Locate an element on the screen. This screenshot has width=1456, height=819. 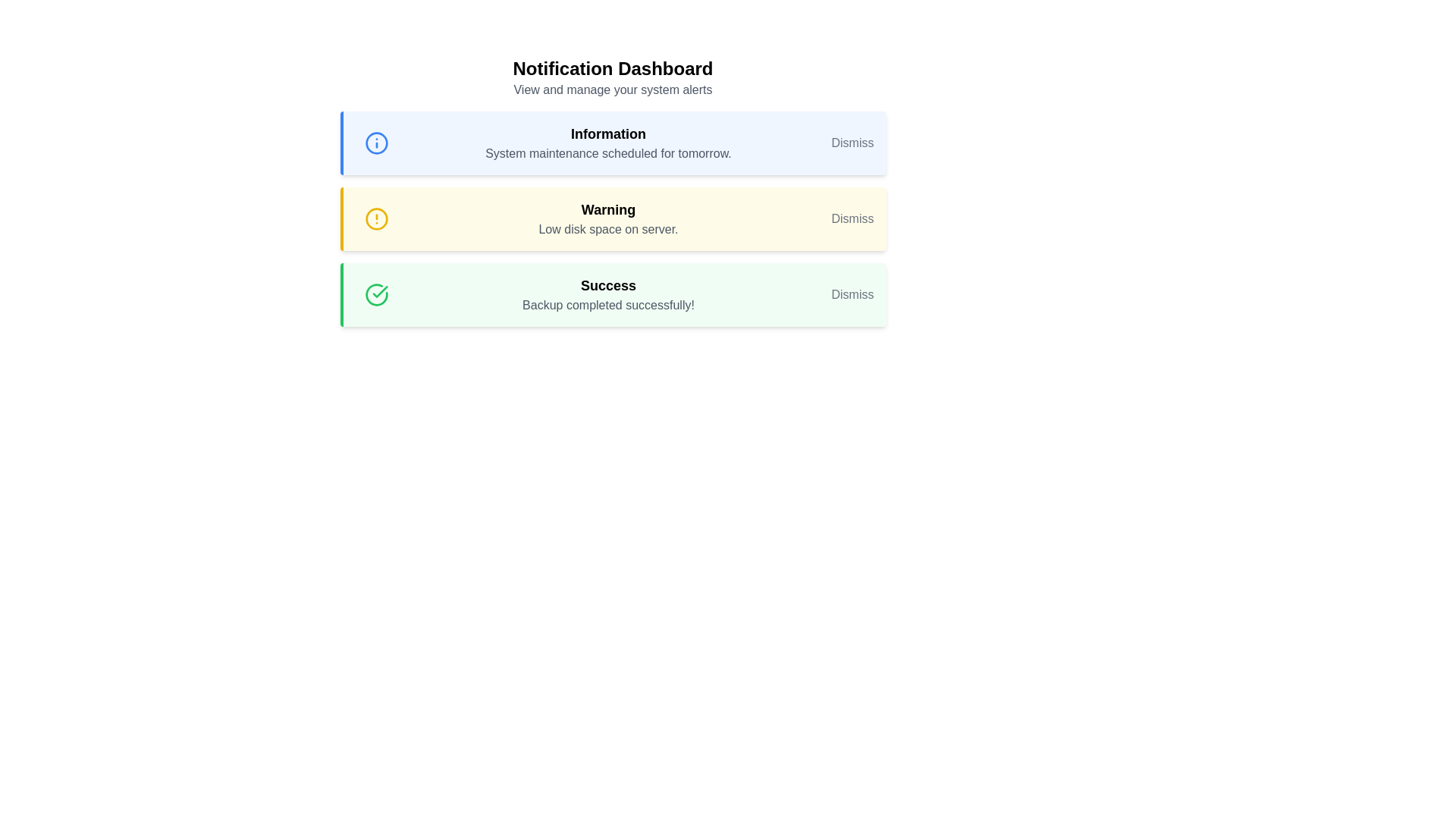
informational text within the notification card that states 'Success' and 'Backup completed successfully!' is located at coordinates (608, 295).